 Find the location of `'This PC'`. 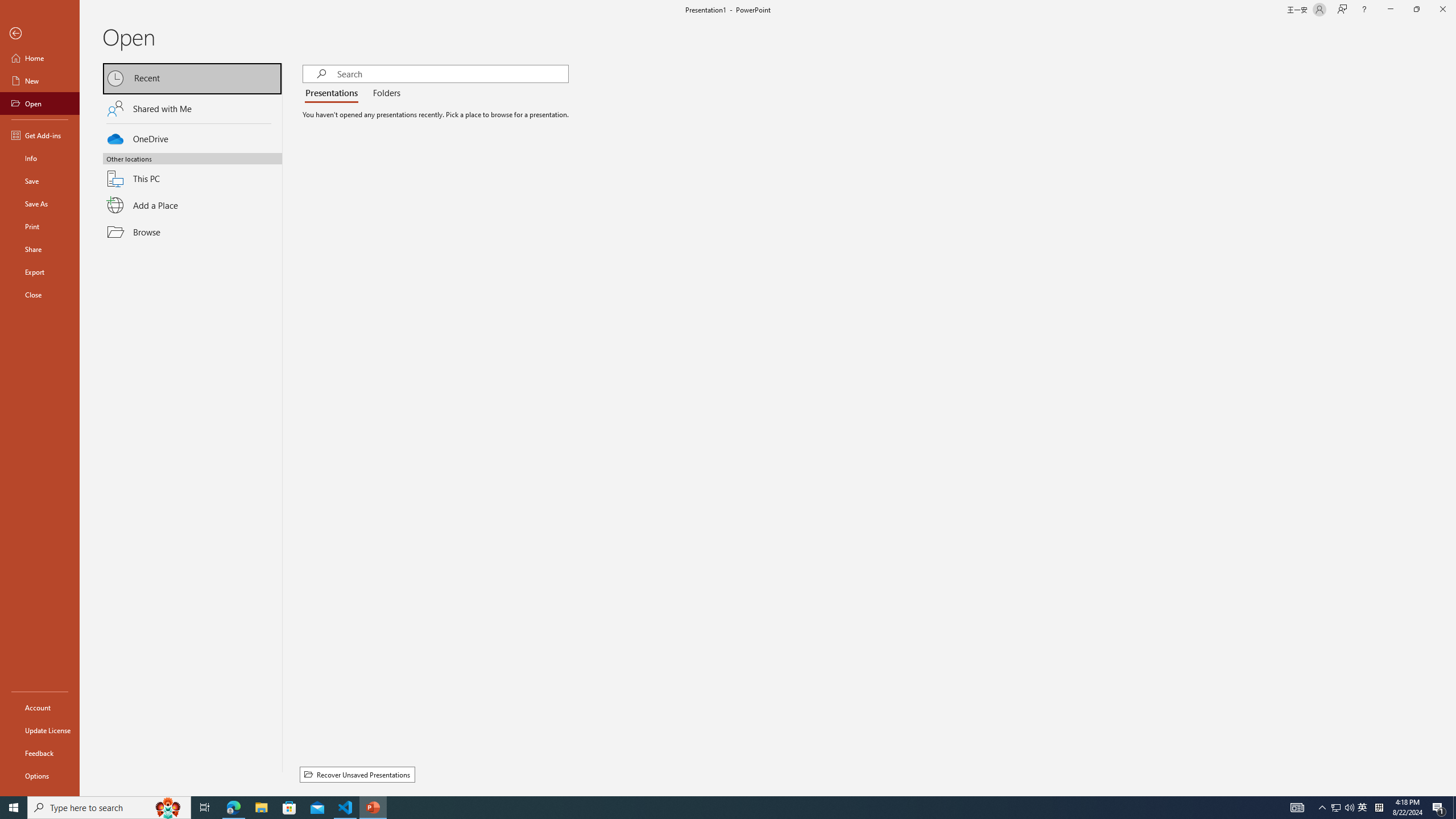

'This PC' is located at coordinates (192, 172).